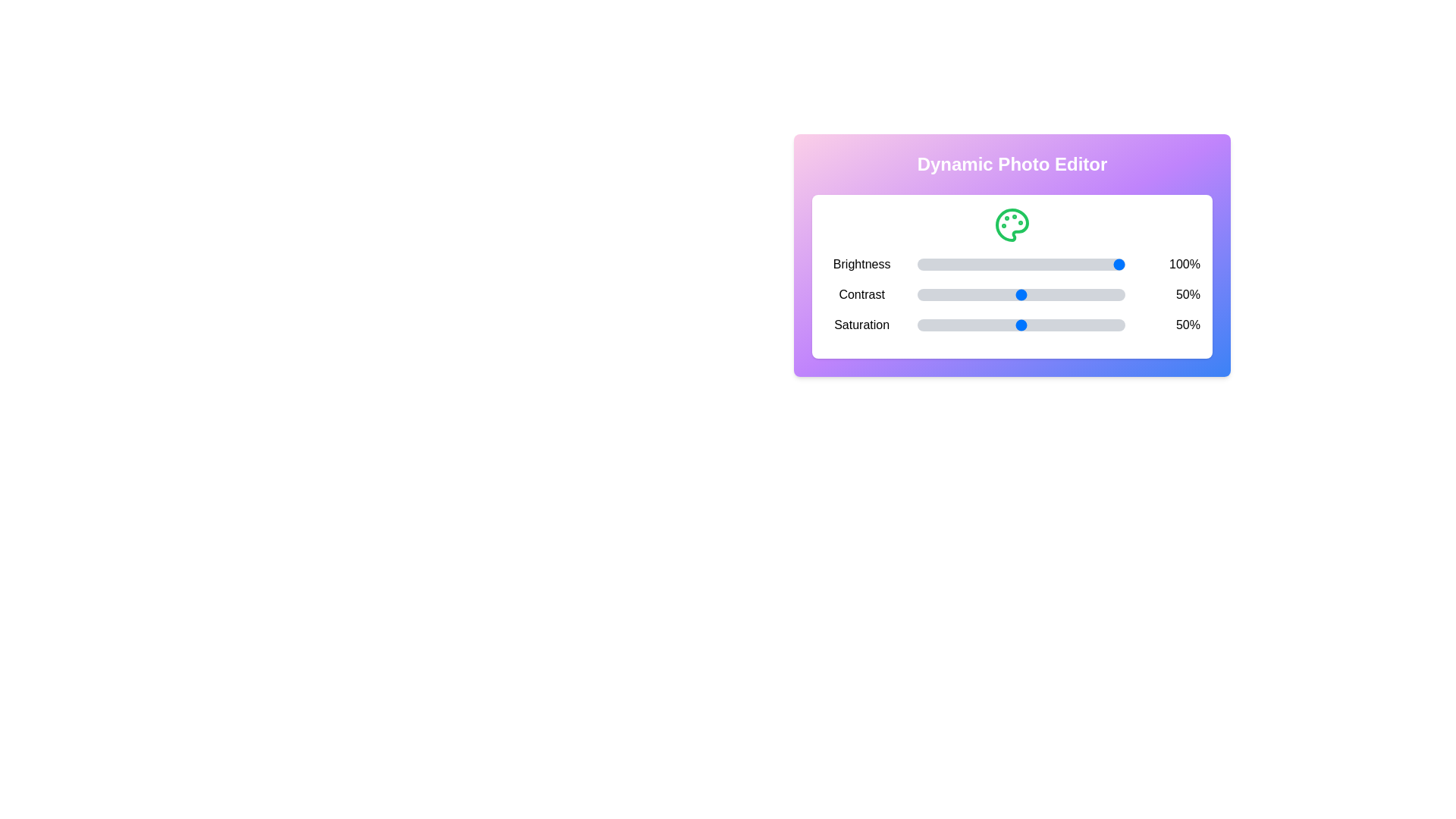 The image size is (1456, 819). Describe the element at coordinates (1104, 263) in the screenshot. I see `the brightness slider to 90%` at that location.